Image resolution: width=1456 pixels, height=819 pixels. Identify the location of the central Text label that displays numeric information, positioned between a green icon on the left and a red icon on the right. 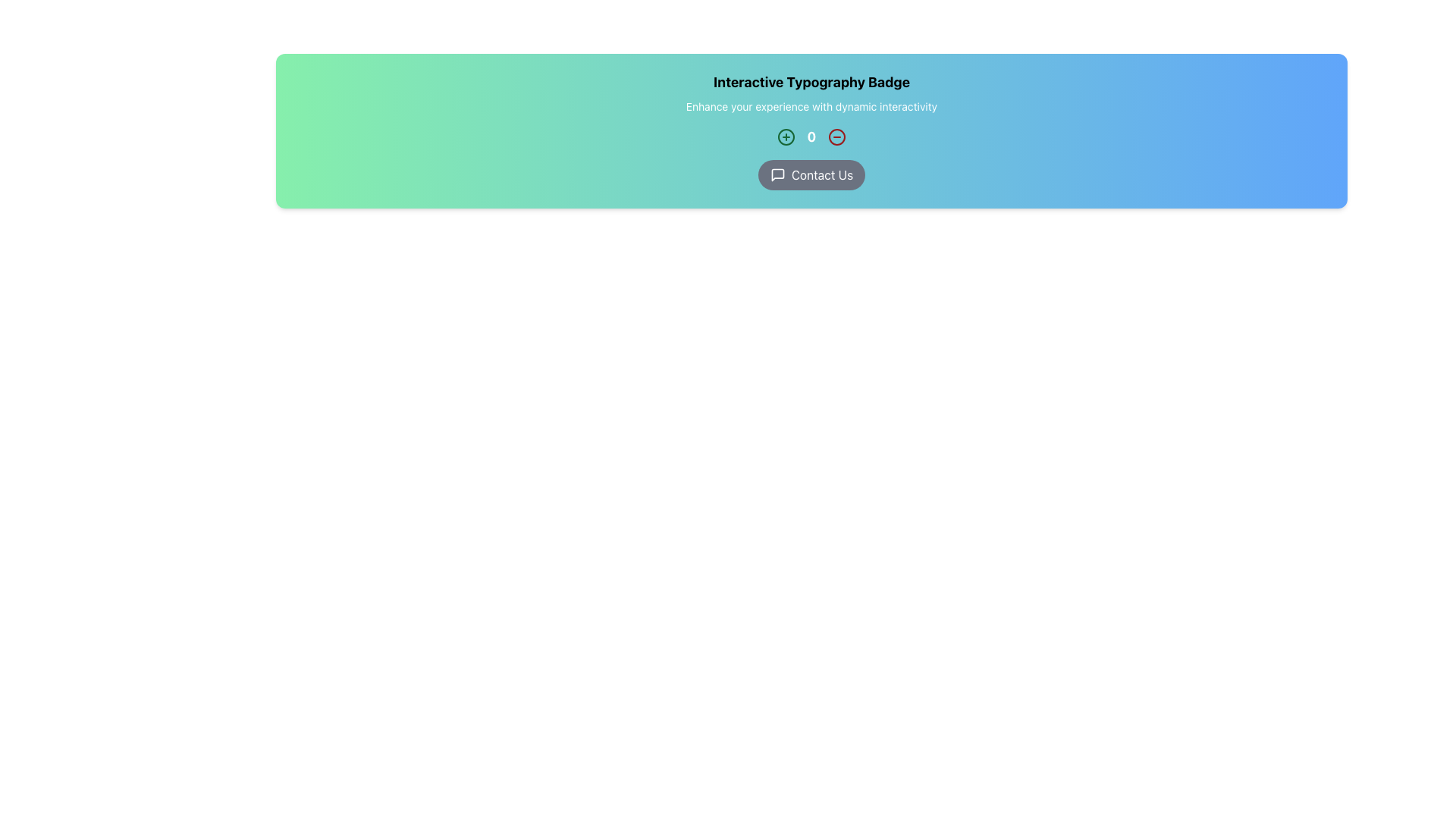
(811, 137).